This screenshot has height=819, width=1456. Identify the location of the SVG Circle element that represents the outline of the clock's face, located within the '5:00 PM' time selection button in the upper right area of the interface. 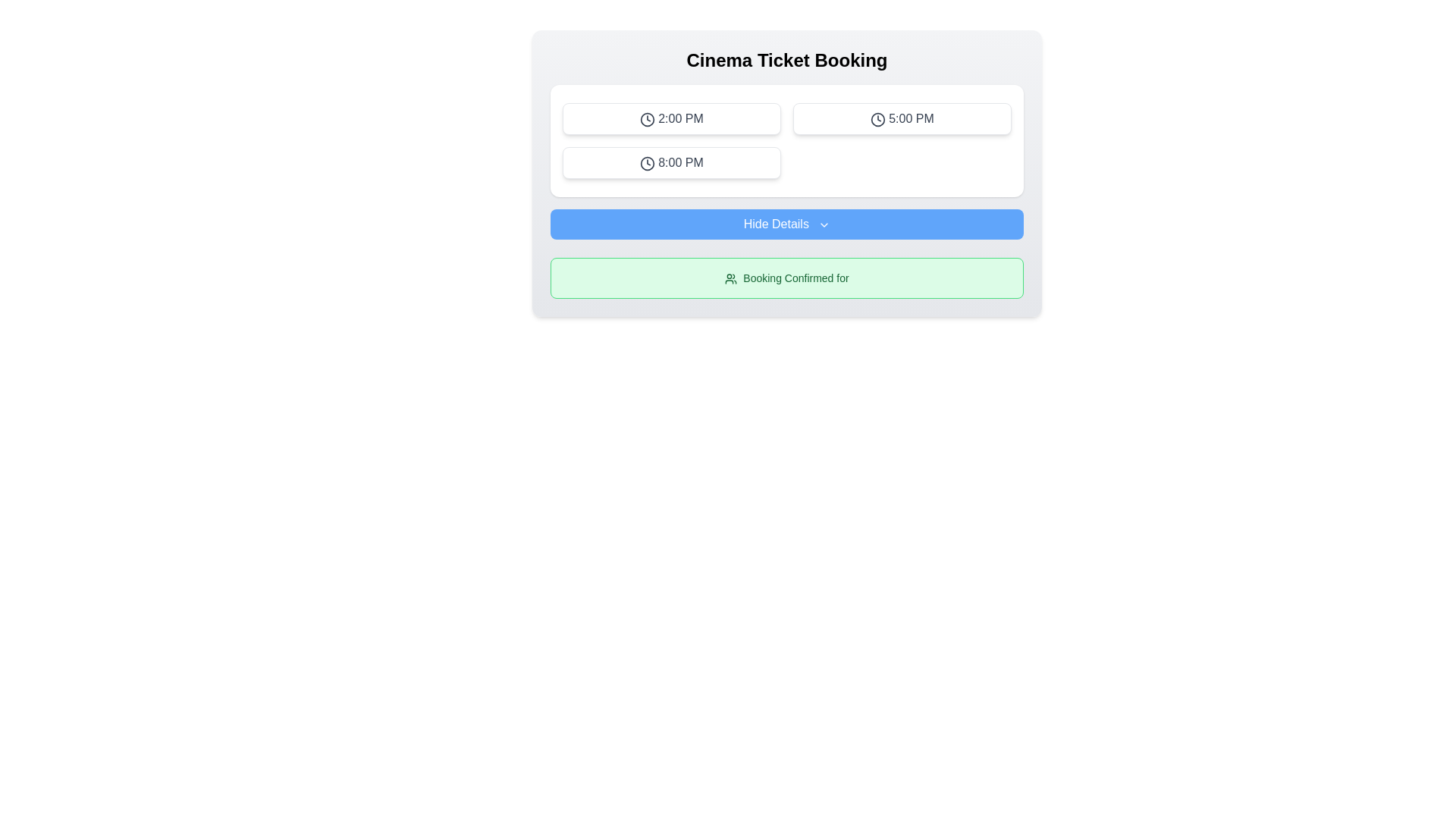
(878, 118).